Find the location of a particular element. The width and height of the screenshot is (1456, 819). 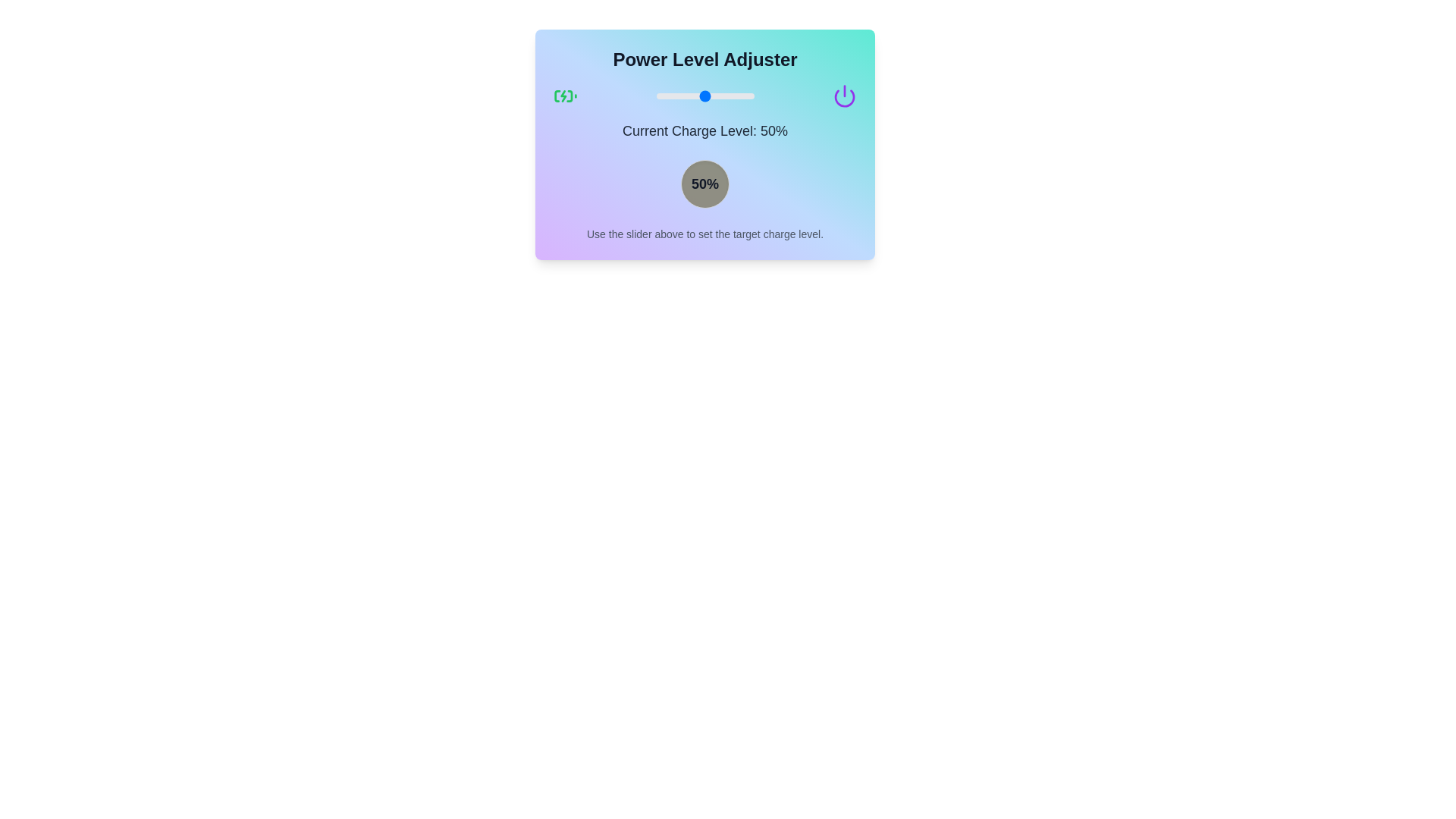

the power icon, which is a purple circular icon with a vertical line at the top, located in the upper-right section of the 'Power Level Adjuster' interface is located at coordinates (843, 96).